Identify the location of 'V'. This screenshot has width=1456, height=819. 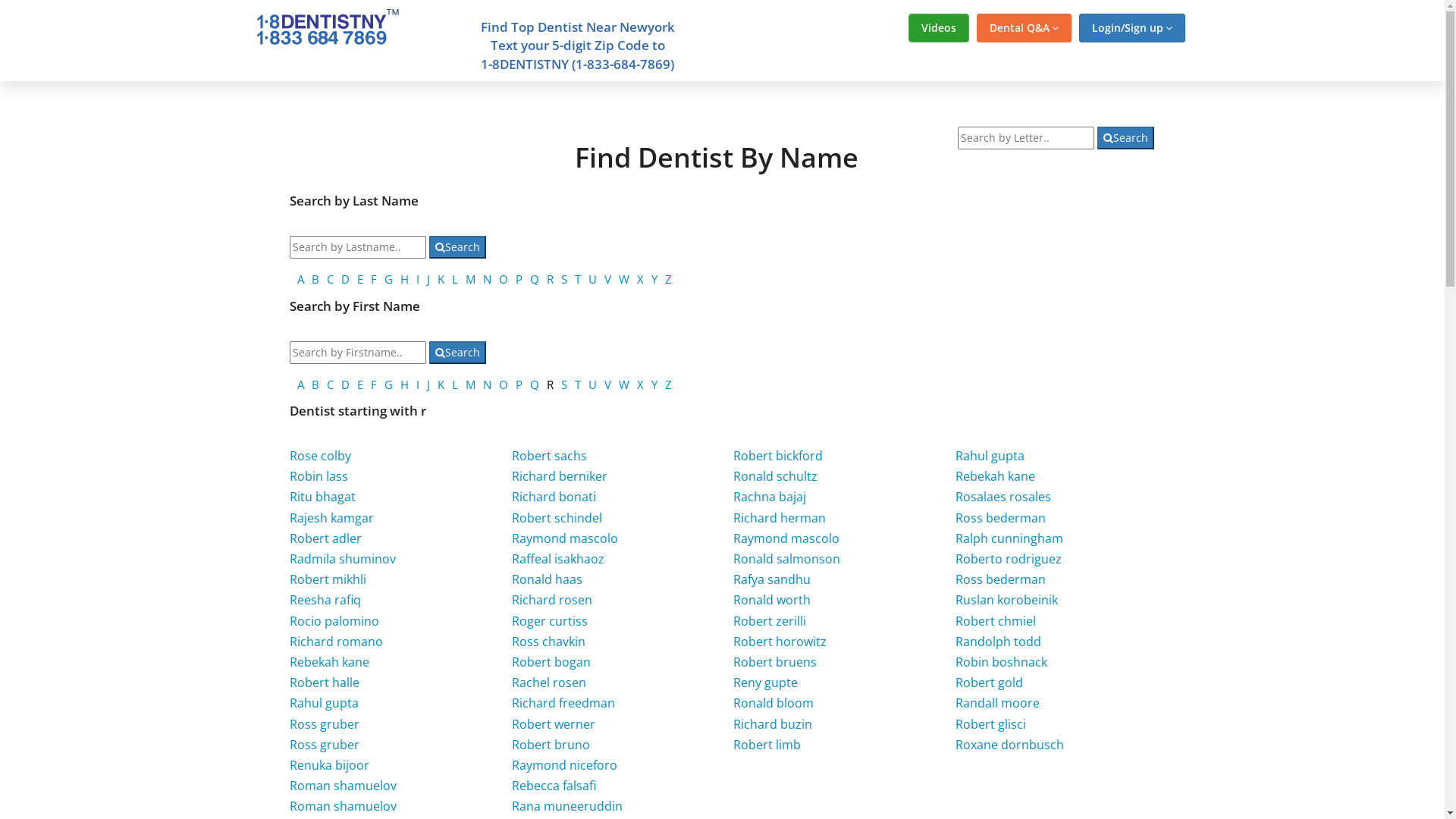
(607, 383).